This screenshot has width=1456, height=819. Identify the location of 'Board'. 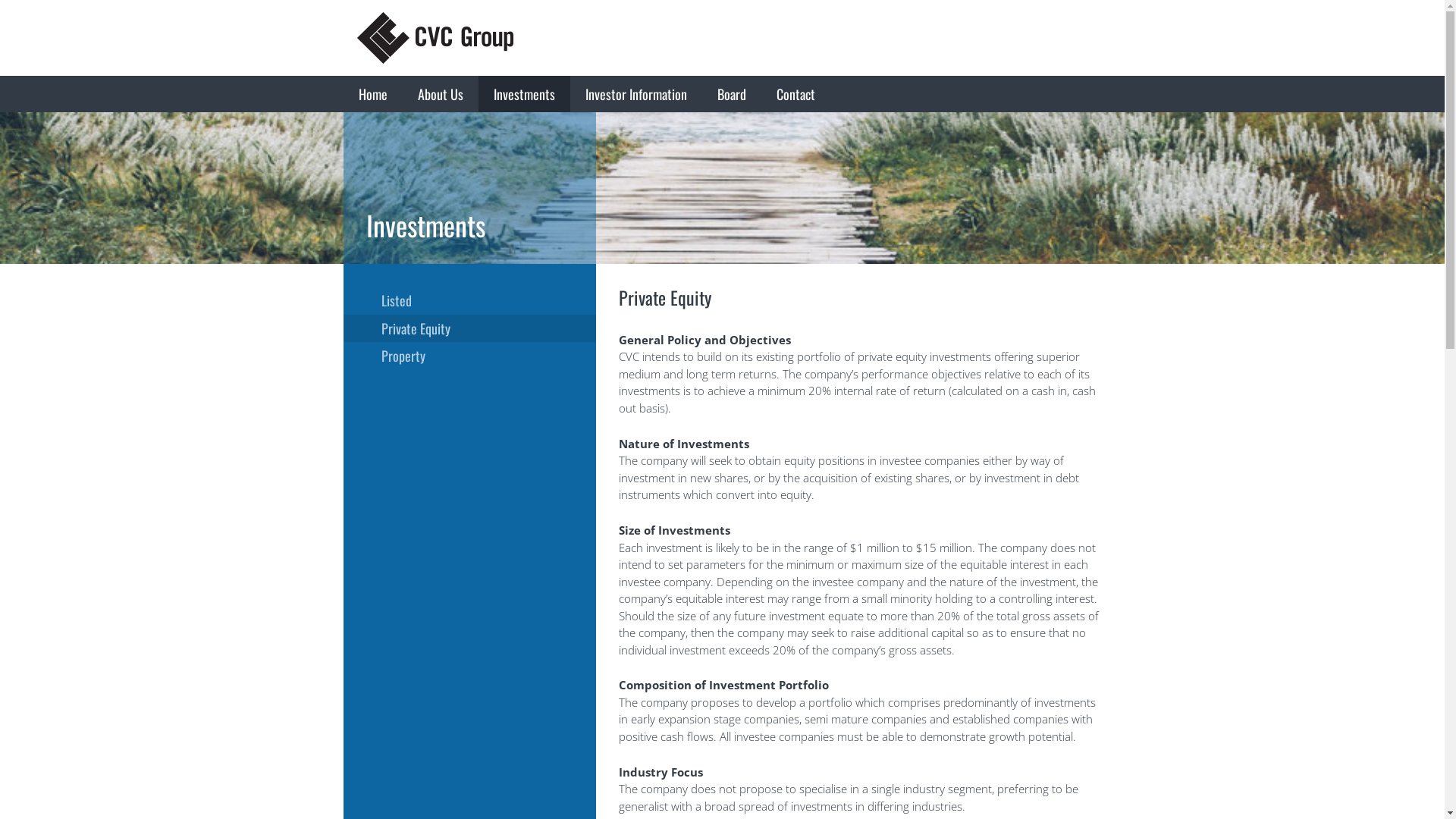
(731, 93).